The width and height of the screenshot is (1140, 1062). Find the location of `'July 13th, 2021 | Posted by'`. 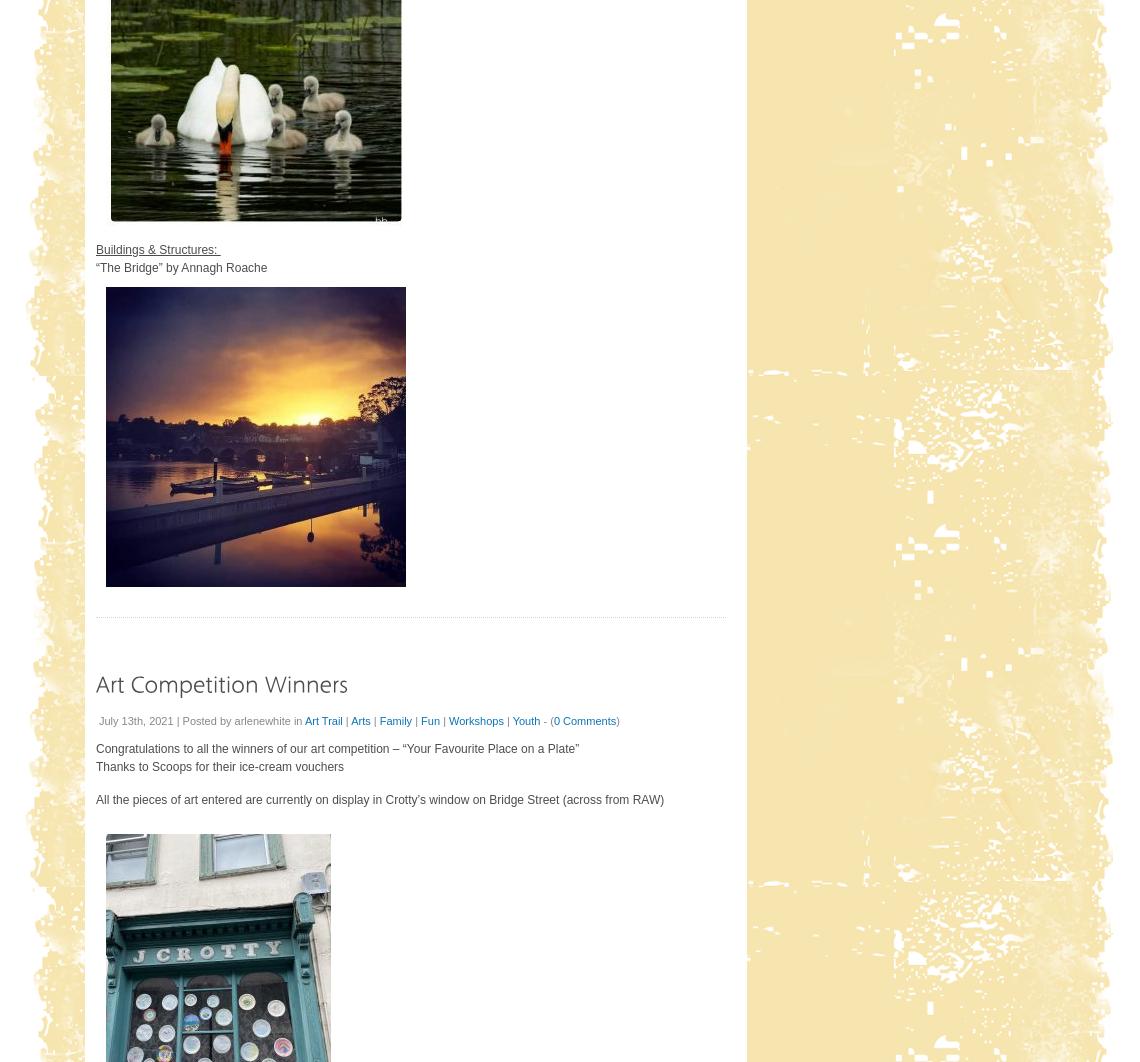

'July 13th, 2021 | Posted by' is located at coordinates (166, 720).